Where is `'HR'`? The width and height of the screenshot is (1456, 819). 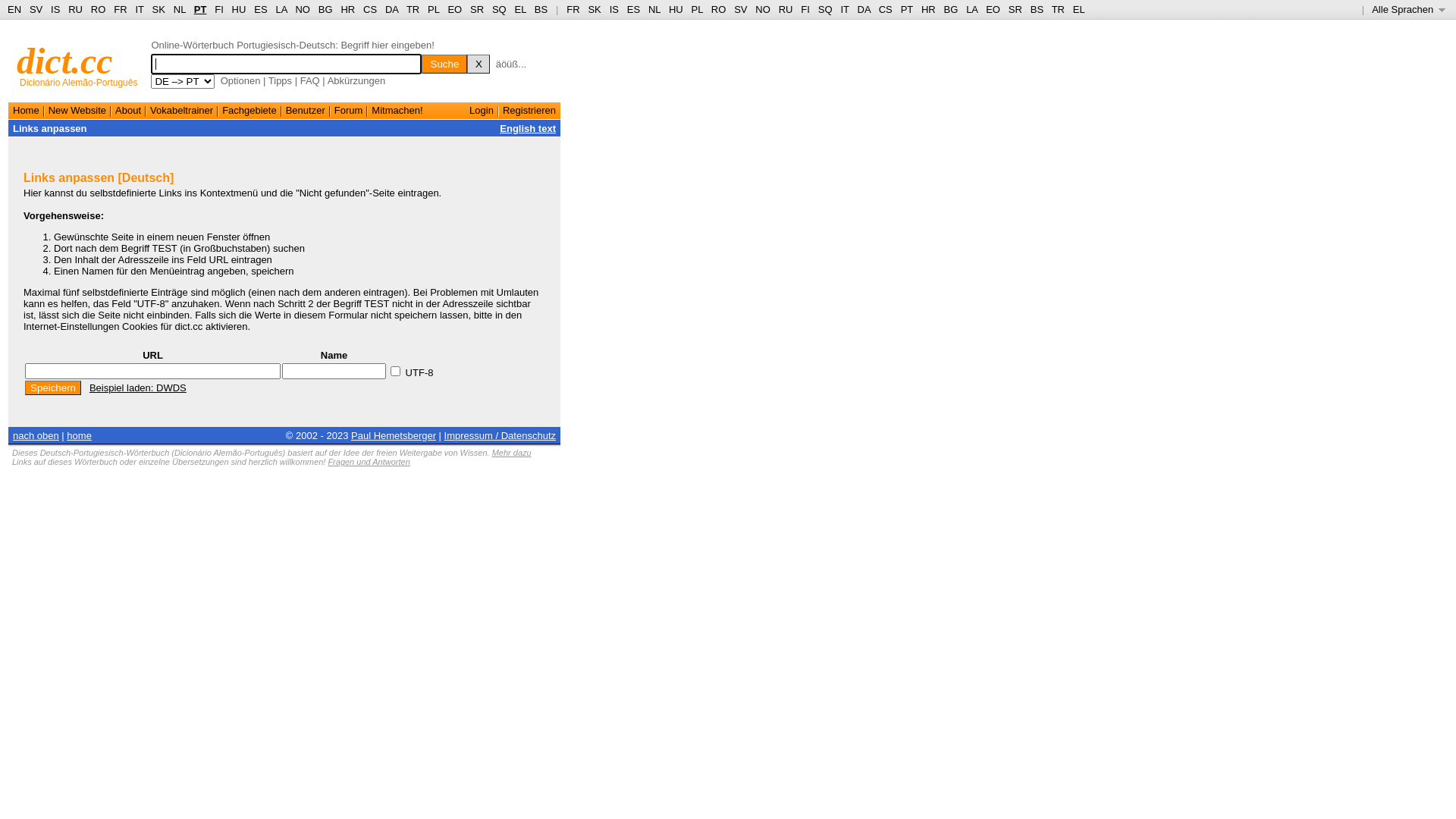 'HR' is located at coordinates (347, 9).